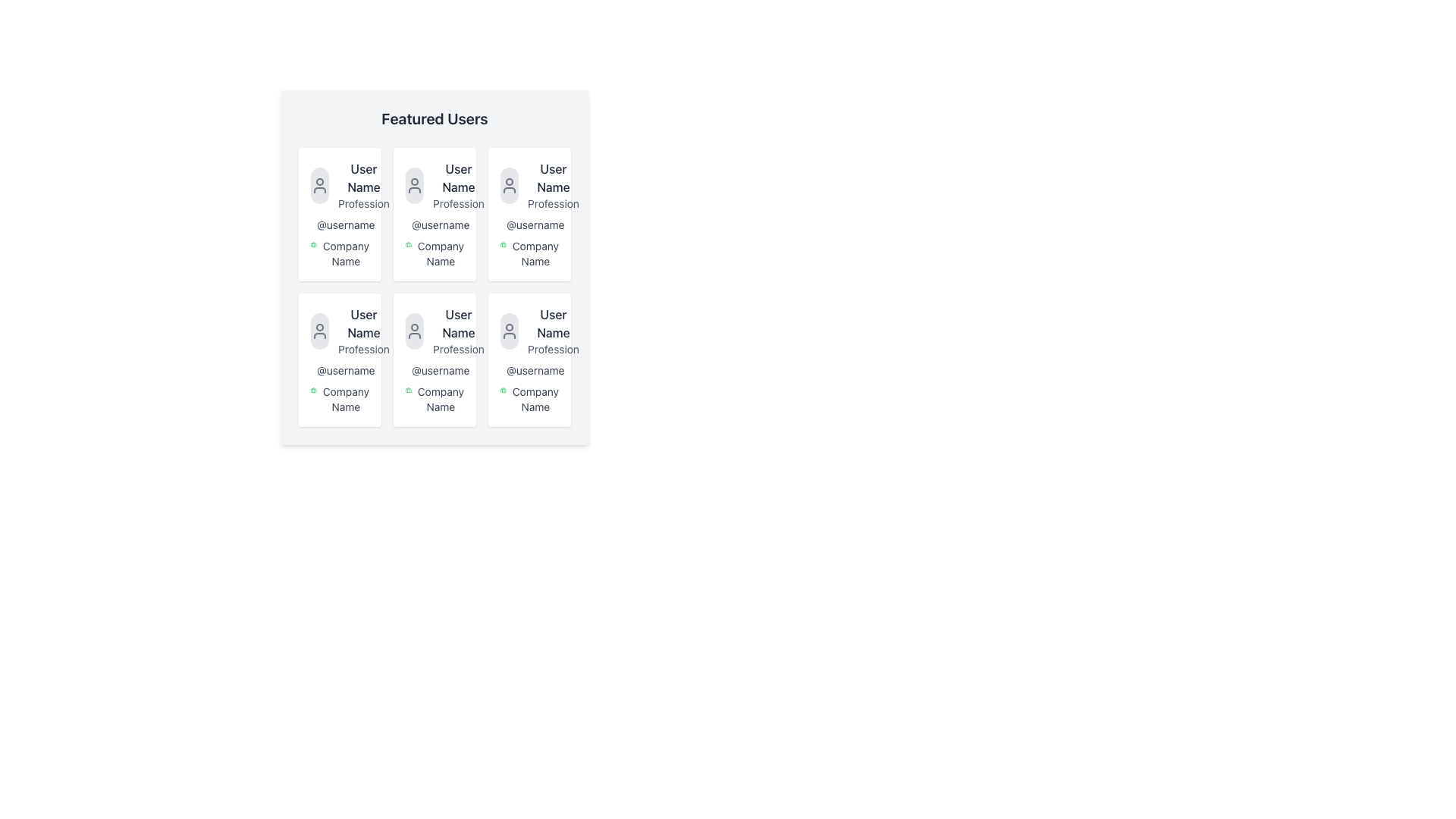 This screenshot has width=1456, height=819. I want to click on the small green briefcase icon located next to the text 'Company Name' in the first row, third column card under the 'Featured Users' section, so click(503, 244).